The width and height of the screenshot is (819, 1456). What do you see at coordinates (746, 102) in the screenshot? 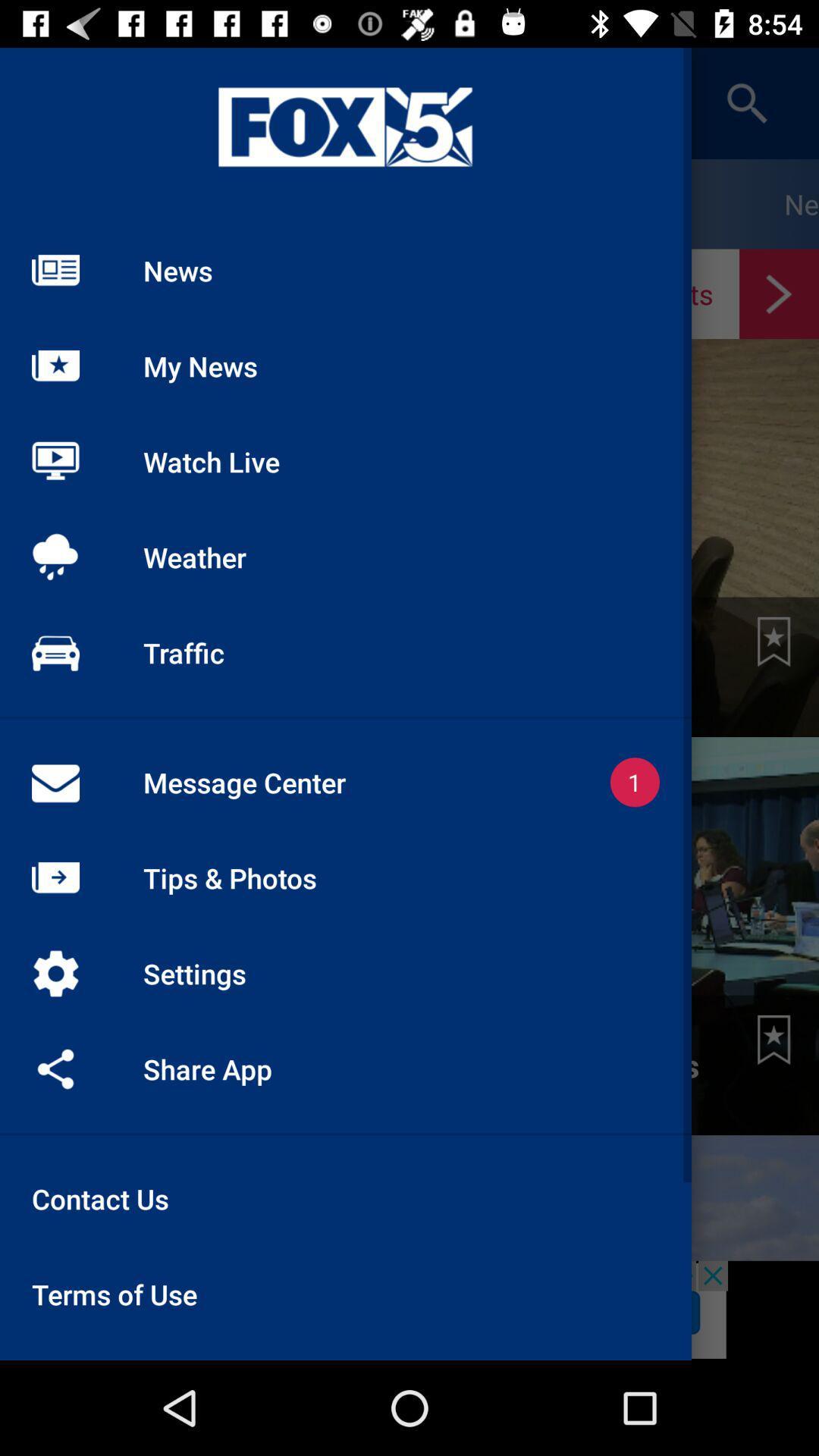
I see `the search icon` at bounding box center [746, 102].